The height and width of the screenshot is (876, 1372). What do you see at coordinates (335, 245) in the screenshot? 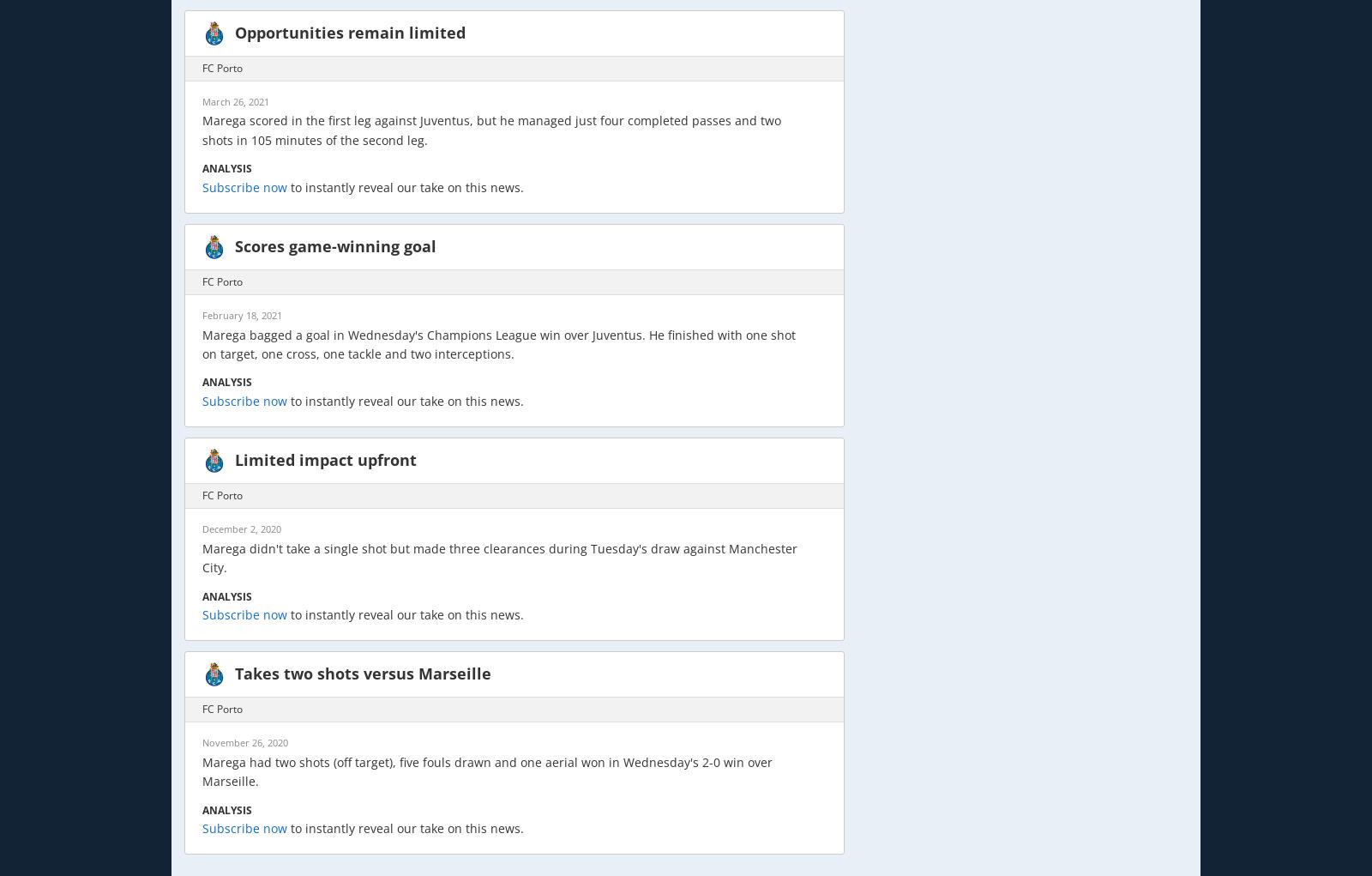
I see `'Scores game-winning goal'` at bounding box center [335, 245].